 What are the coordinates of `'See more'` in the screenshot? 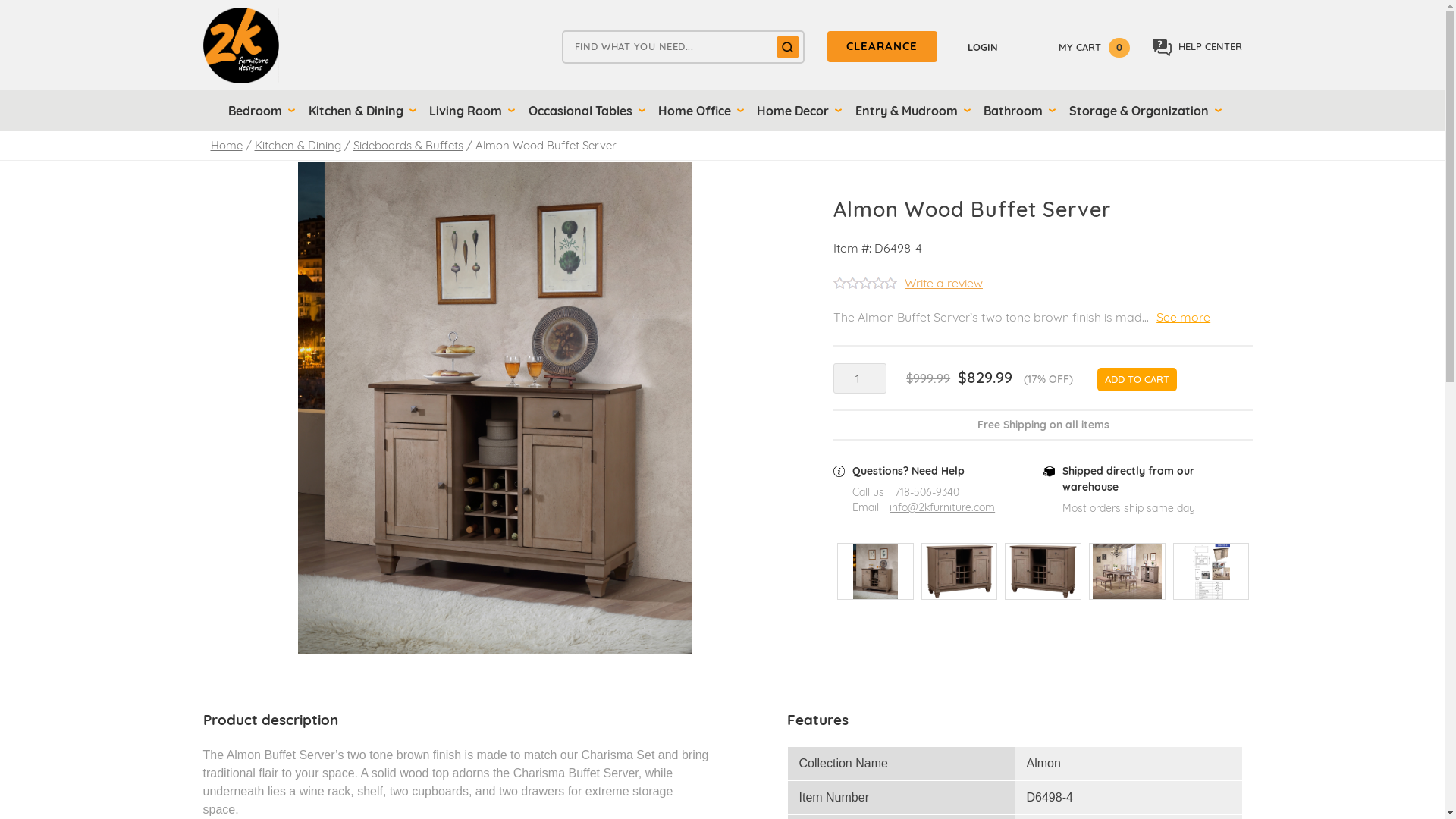 It's located at (1182, 315).